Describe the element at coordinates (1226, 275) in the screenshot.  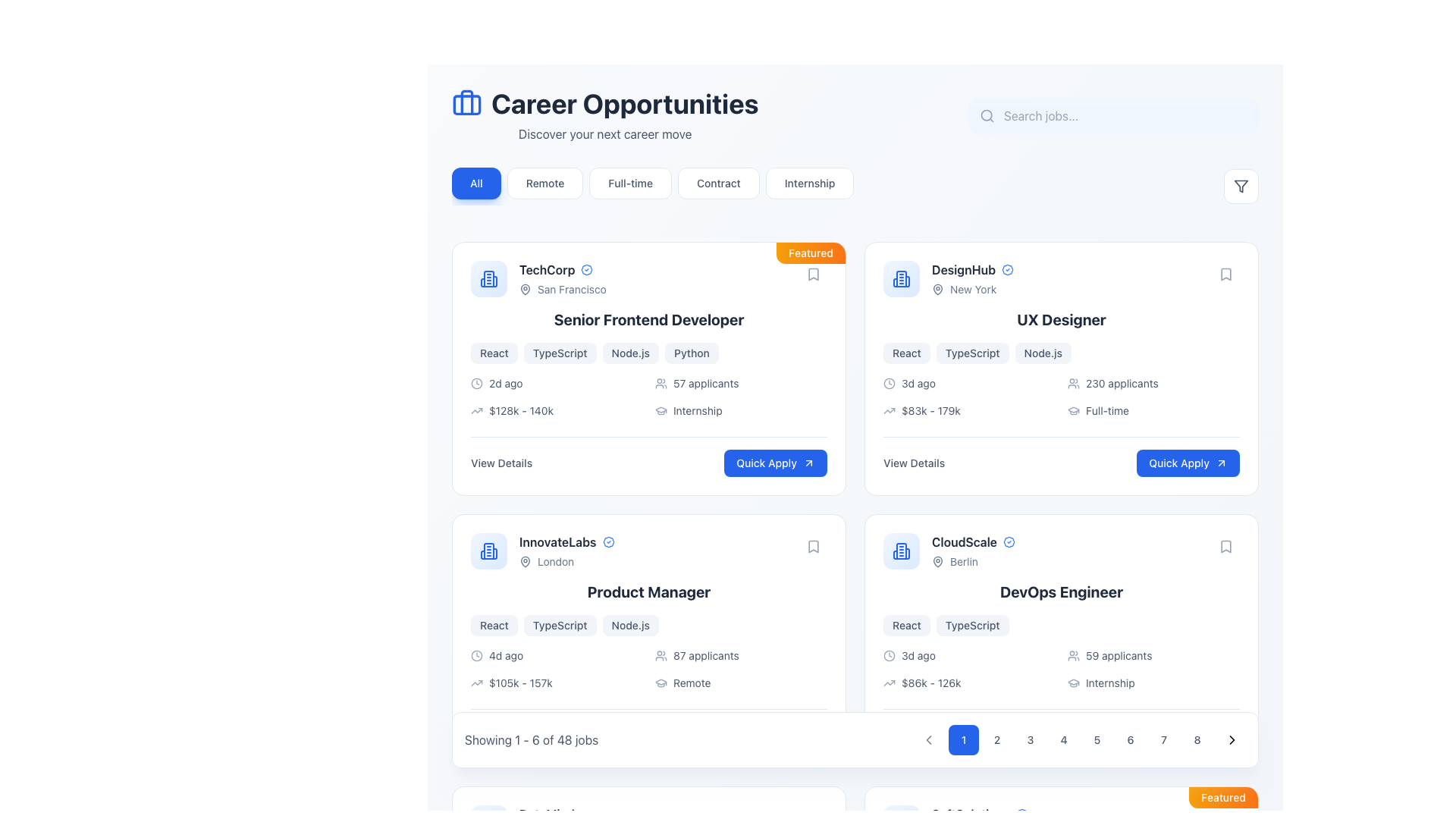
I see `the bookmark icon located in the top-right corner of the 'UX Designer' job posting card from 'DesignHub'` at that location.